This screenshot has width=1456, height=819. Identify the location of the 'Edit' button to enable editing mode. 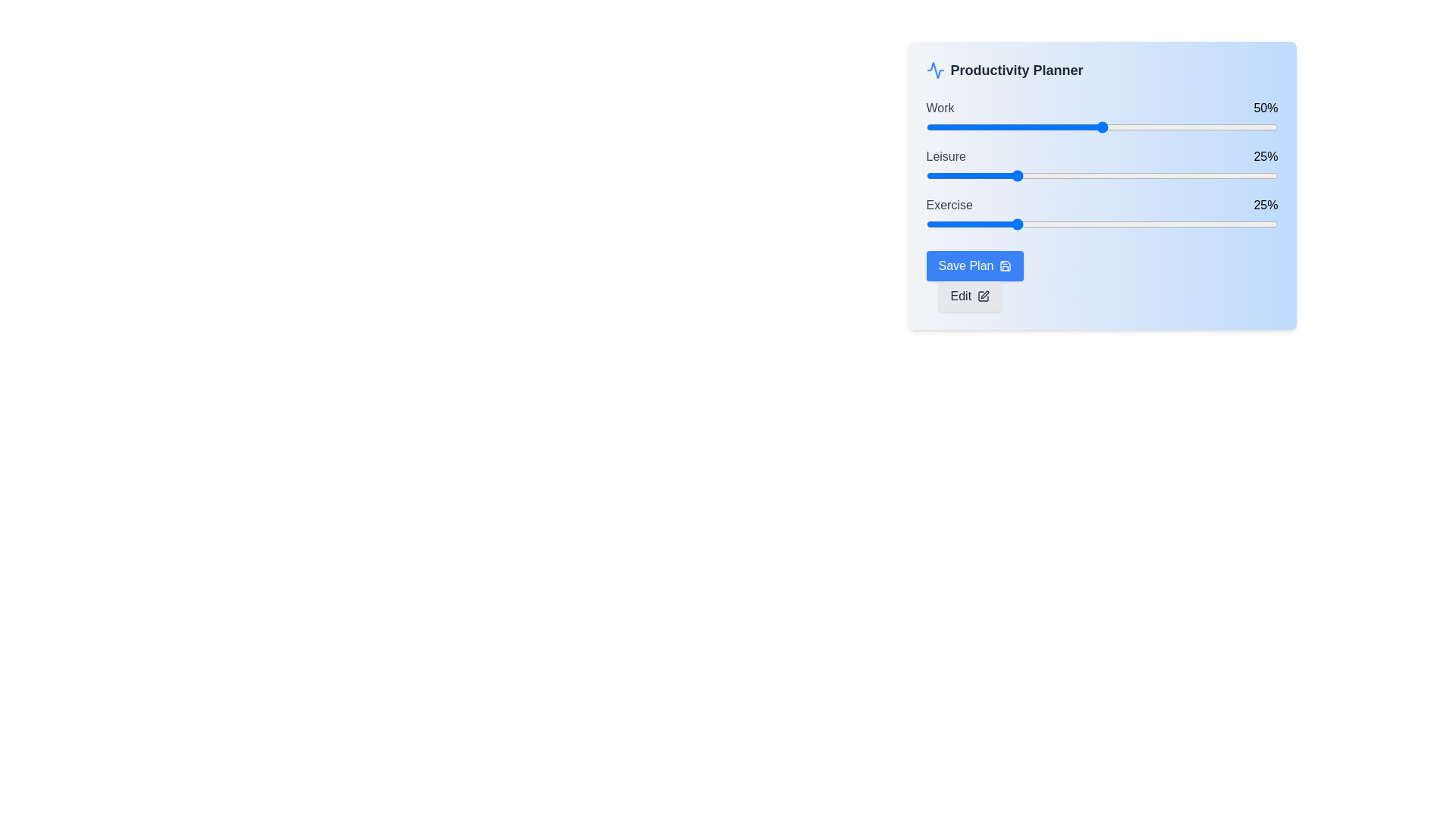
(969, 296).